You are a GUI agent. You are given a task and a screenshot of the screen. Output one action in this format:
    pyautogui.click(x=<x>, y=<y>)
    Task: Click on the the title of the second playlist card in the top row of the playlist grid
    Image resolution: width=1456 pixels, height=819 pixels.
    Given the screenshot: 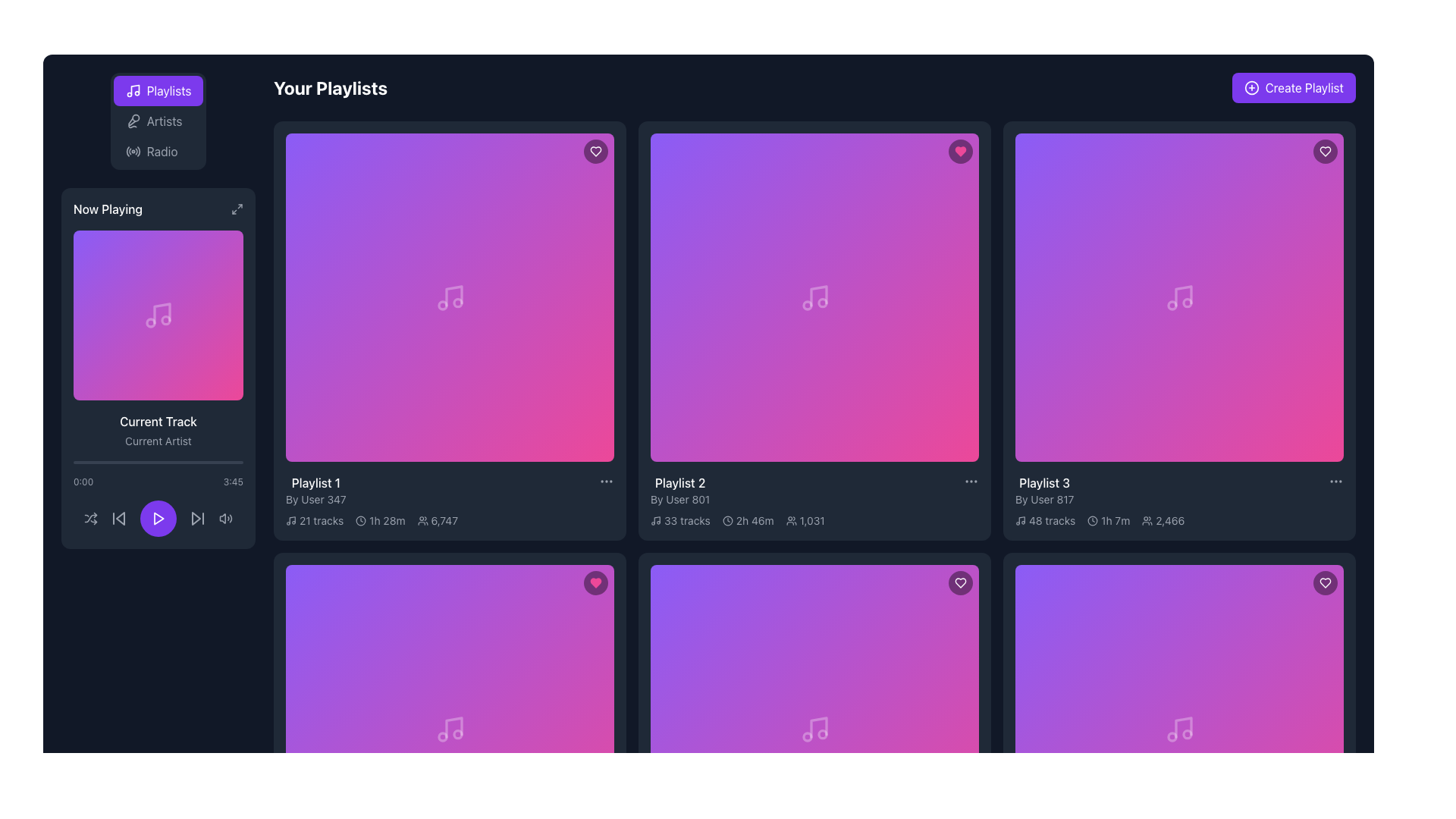 What is the action you would take?
    pyautogui.click(x=679, y=482)
    